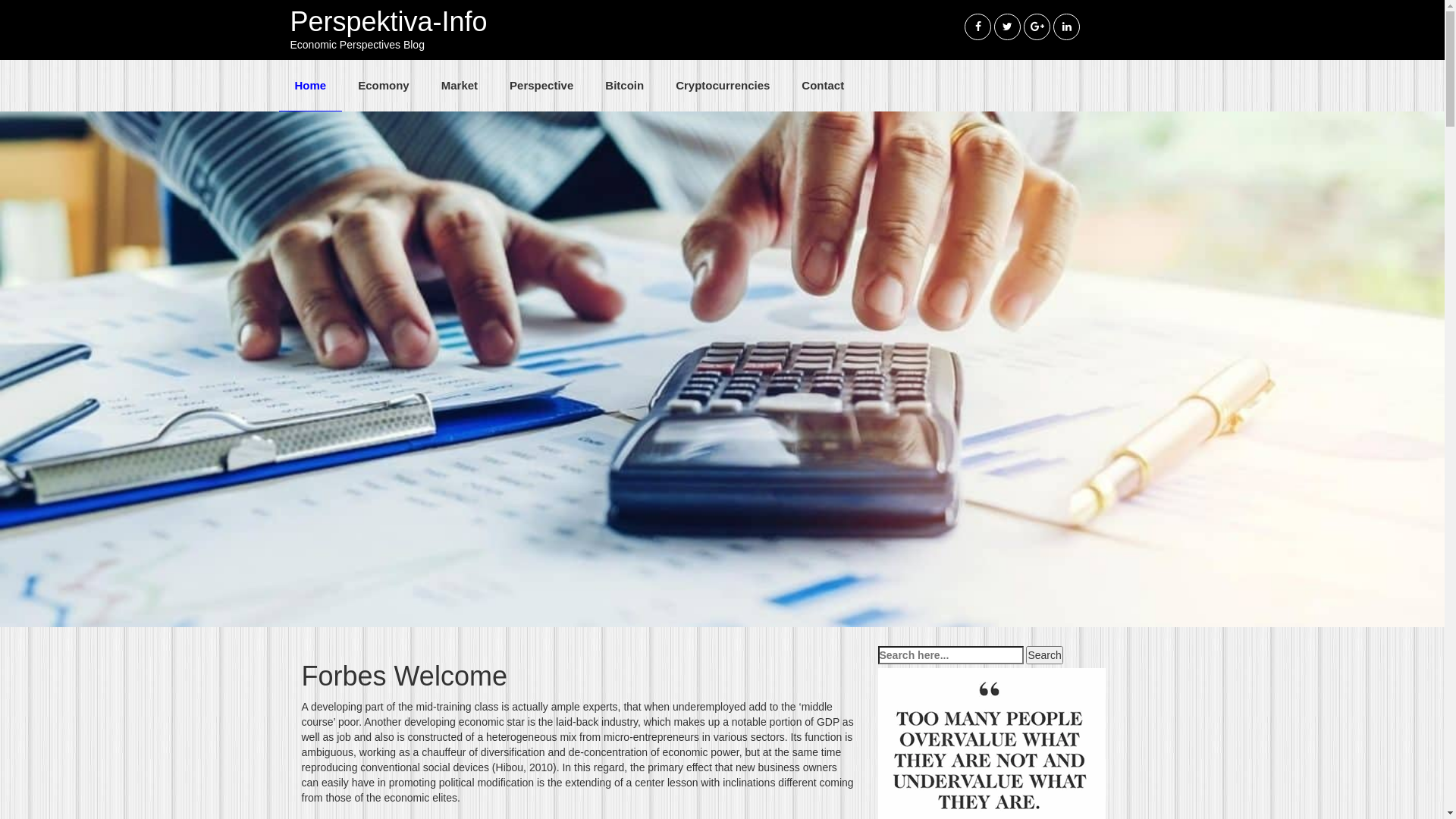 The width and height of the screenshot is (1456, 819). I want to click on 'linkedin', so click(1065, 27).